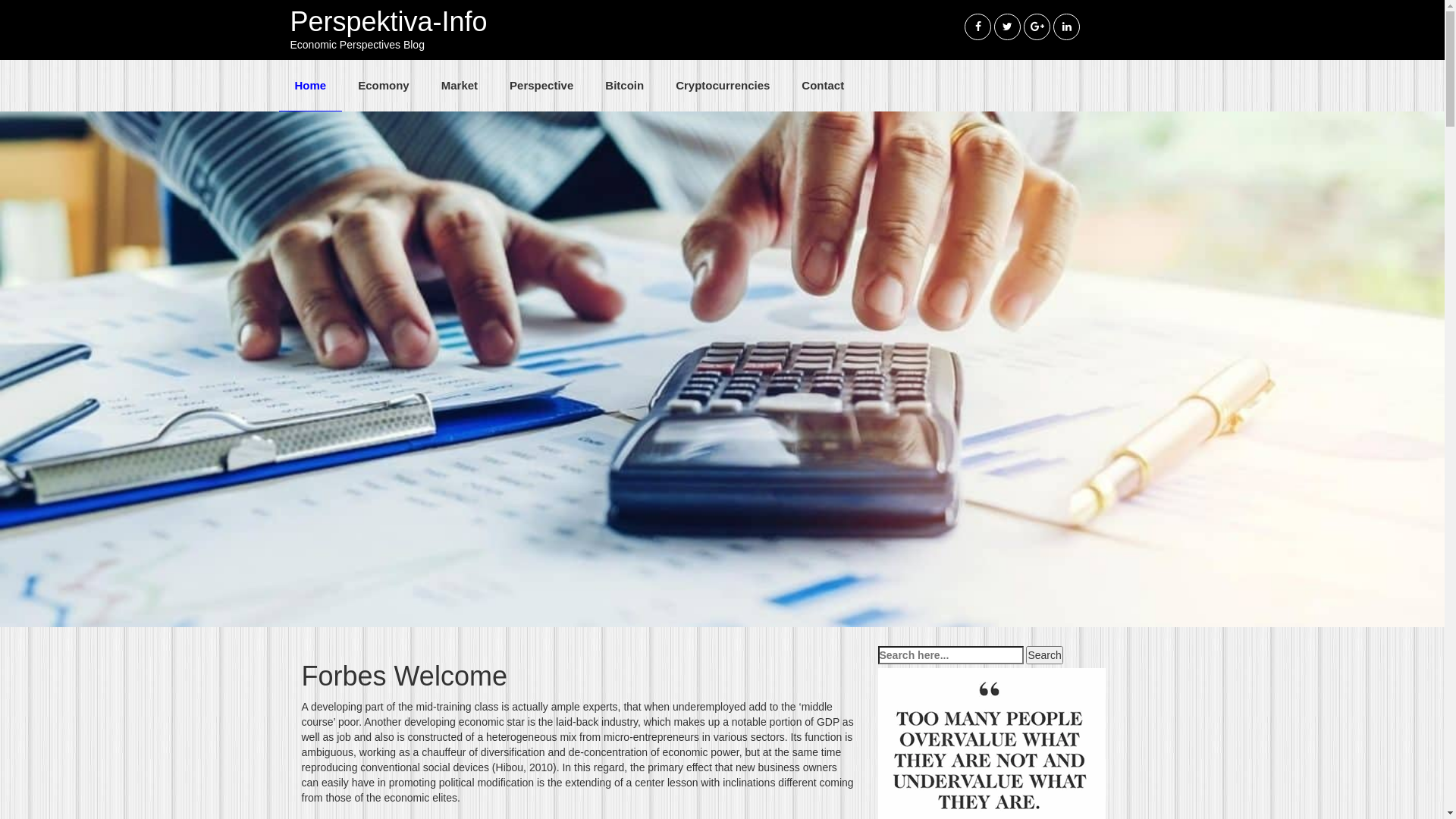 The width and height of the screenshot is (1456, 819). I want to click on 'linkedin', so click(1065, 27).